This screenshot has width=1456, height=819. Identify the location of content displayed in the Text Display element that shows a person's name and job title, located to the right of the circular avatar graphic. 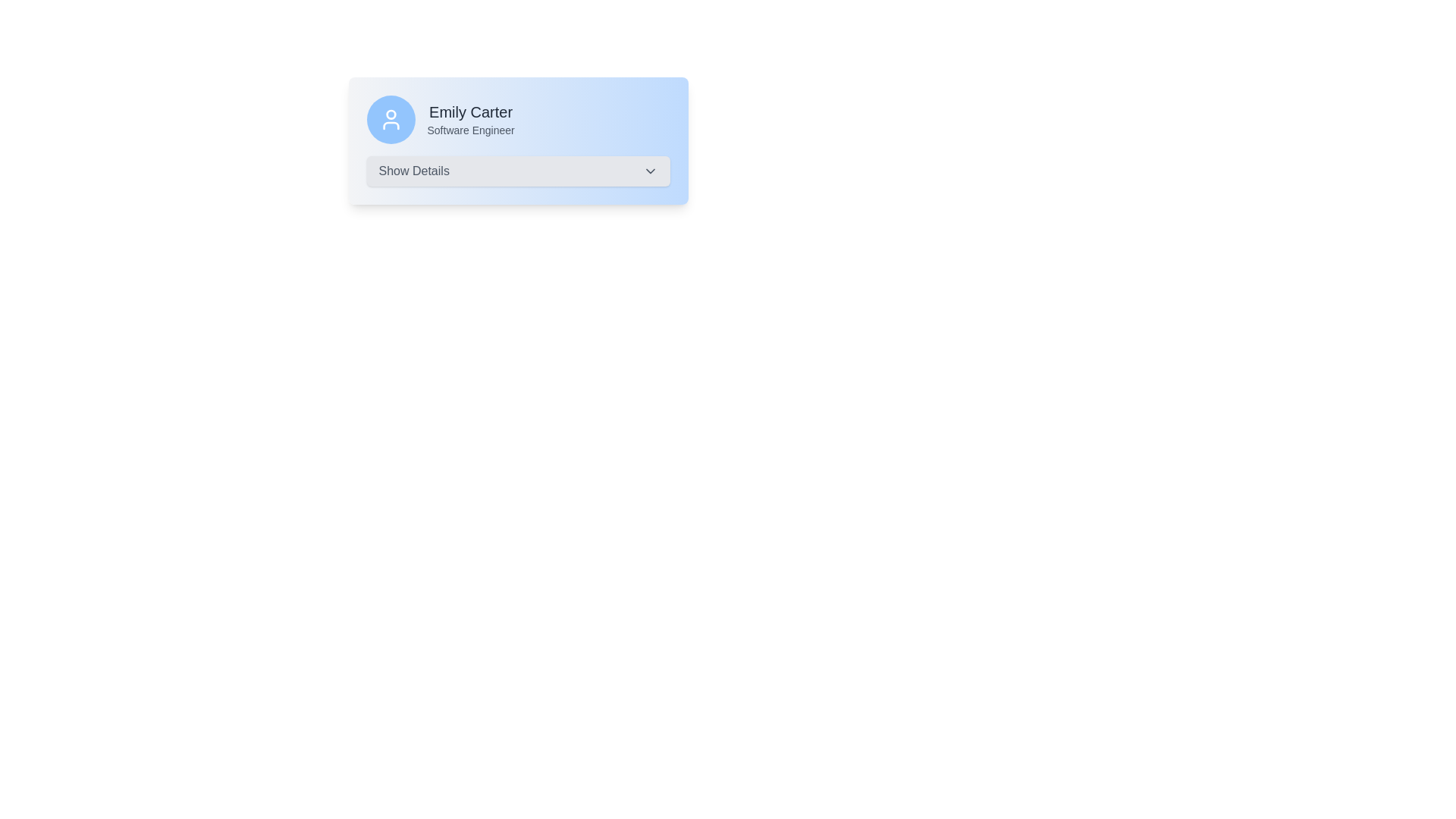
(470, 119).